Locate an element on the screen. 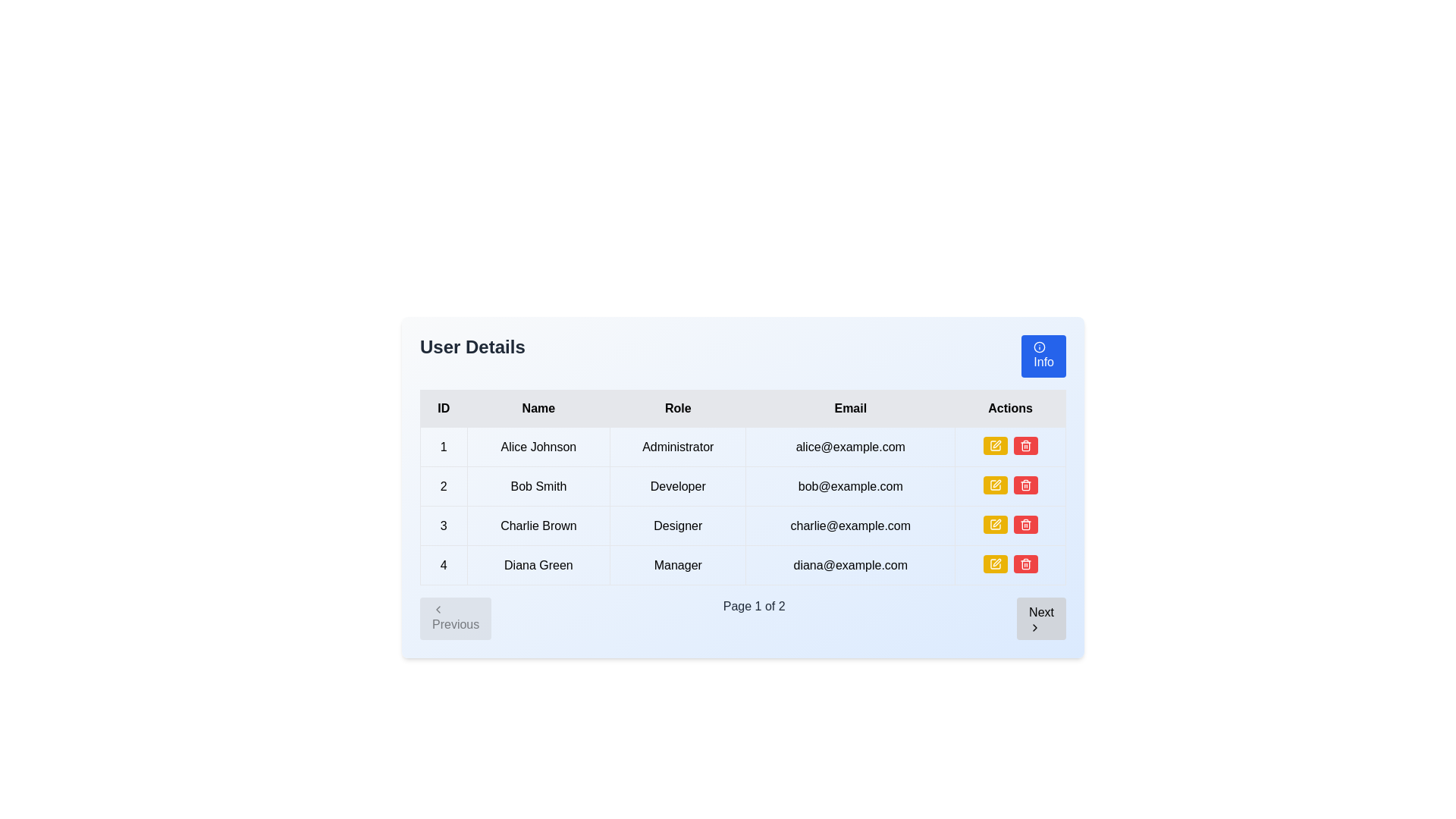 The width and height of the screenshot is (1456, 819). the trash can icon component in the 'Actions' column of the user data table corresponding to 'Diana Green' is located at coordinates (1025, 565).